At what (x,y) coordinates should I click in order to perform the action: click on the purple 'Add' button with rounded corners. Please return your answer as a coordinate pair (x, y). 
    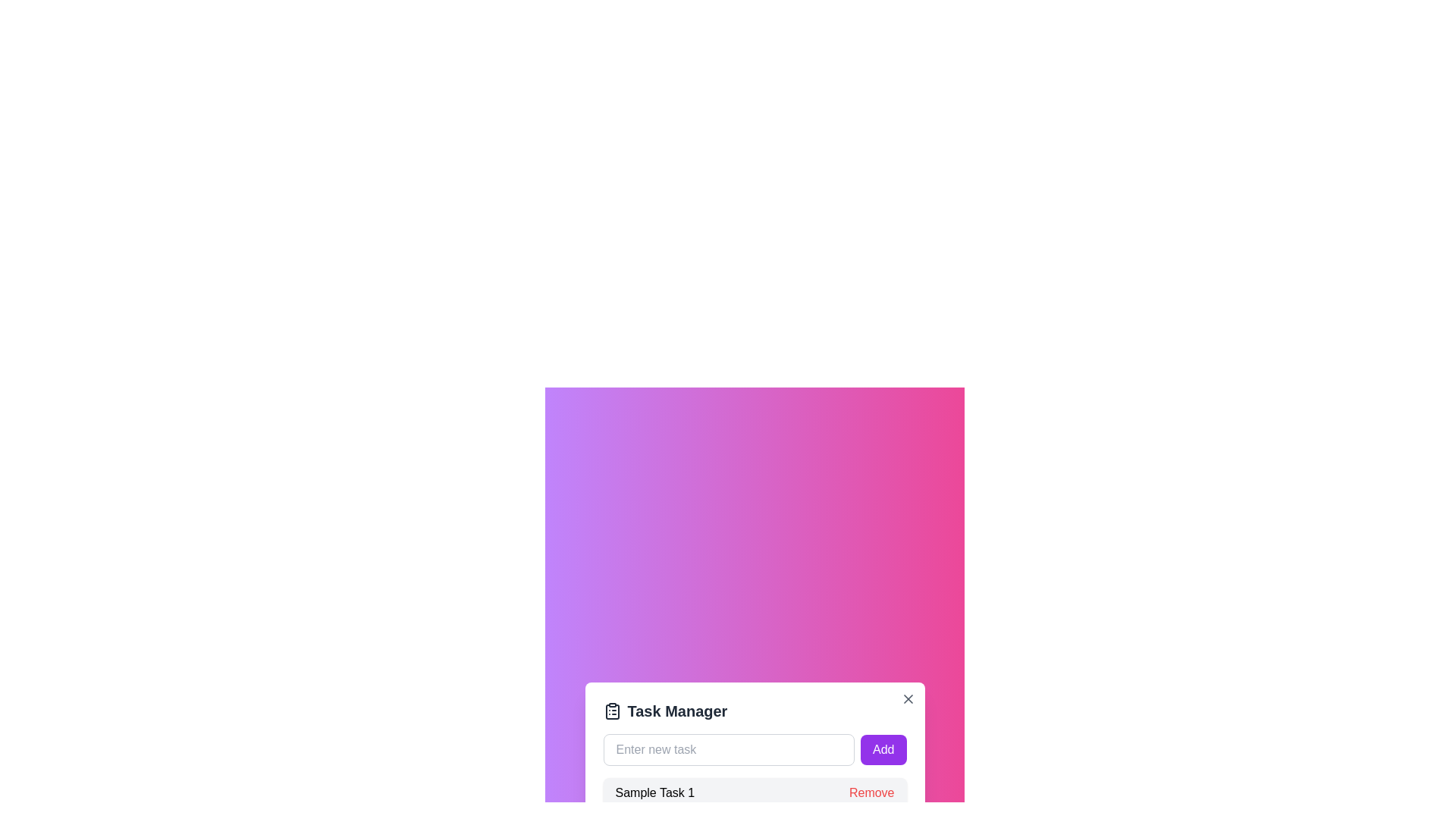
    Looking at the image, I should click on (883, 748).